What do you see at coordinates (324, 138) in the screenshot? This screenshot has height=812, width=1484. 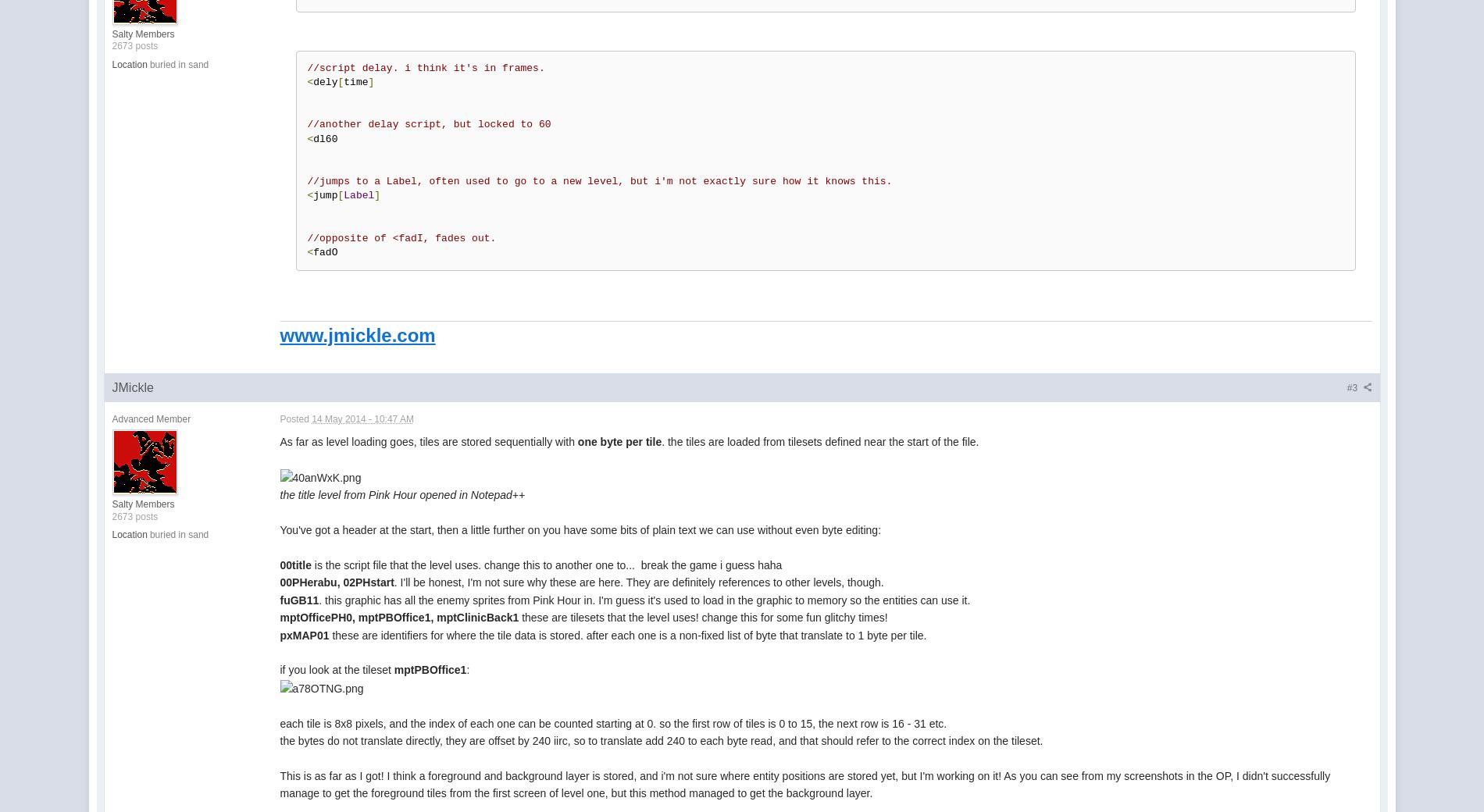 I see `'dl60'` at bounding box center [324, 138].